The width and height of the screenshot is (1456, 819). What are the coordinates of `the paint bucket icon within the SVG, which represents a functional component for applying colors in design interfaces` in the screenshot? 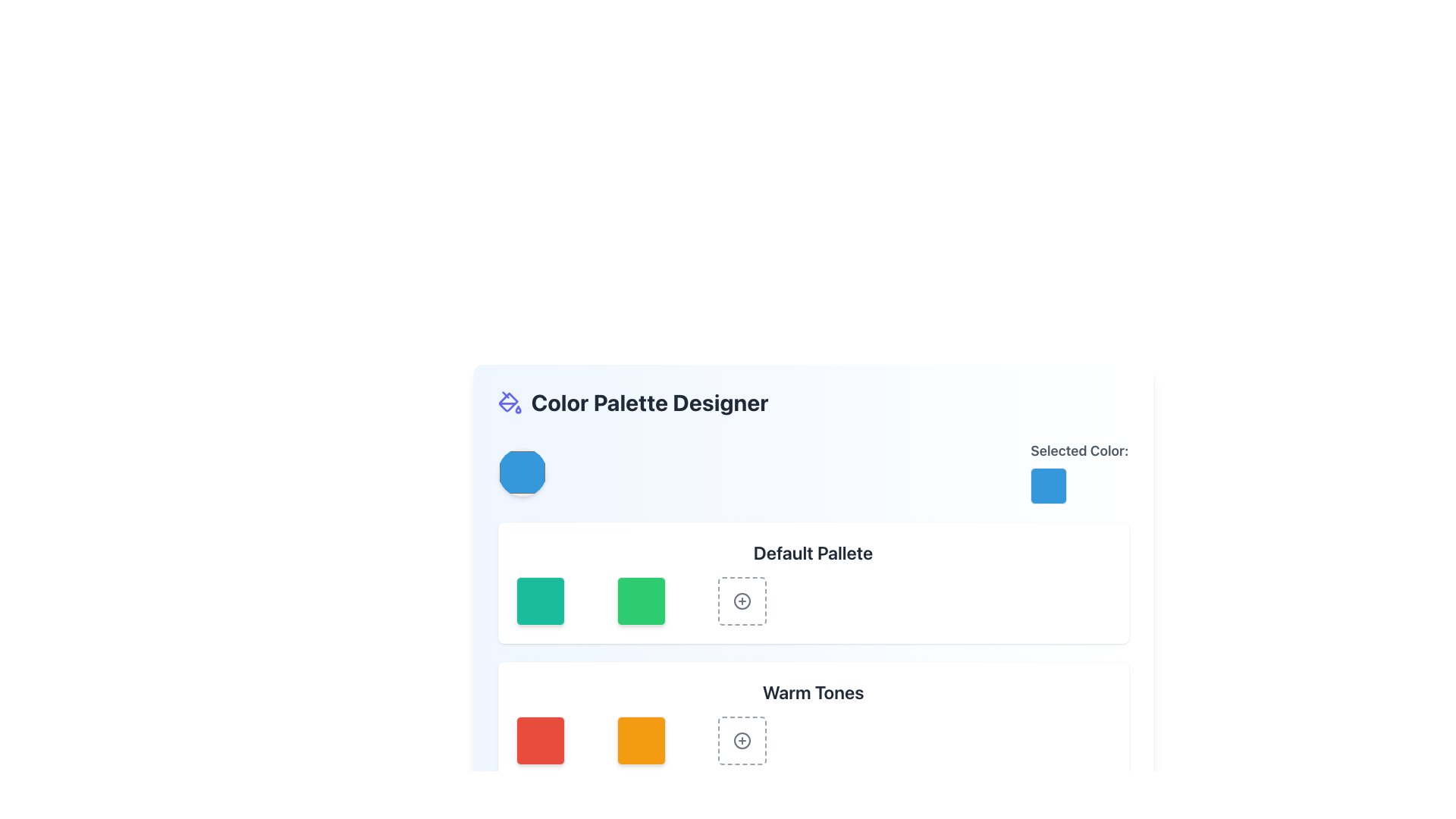 It's located at (508, 401).